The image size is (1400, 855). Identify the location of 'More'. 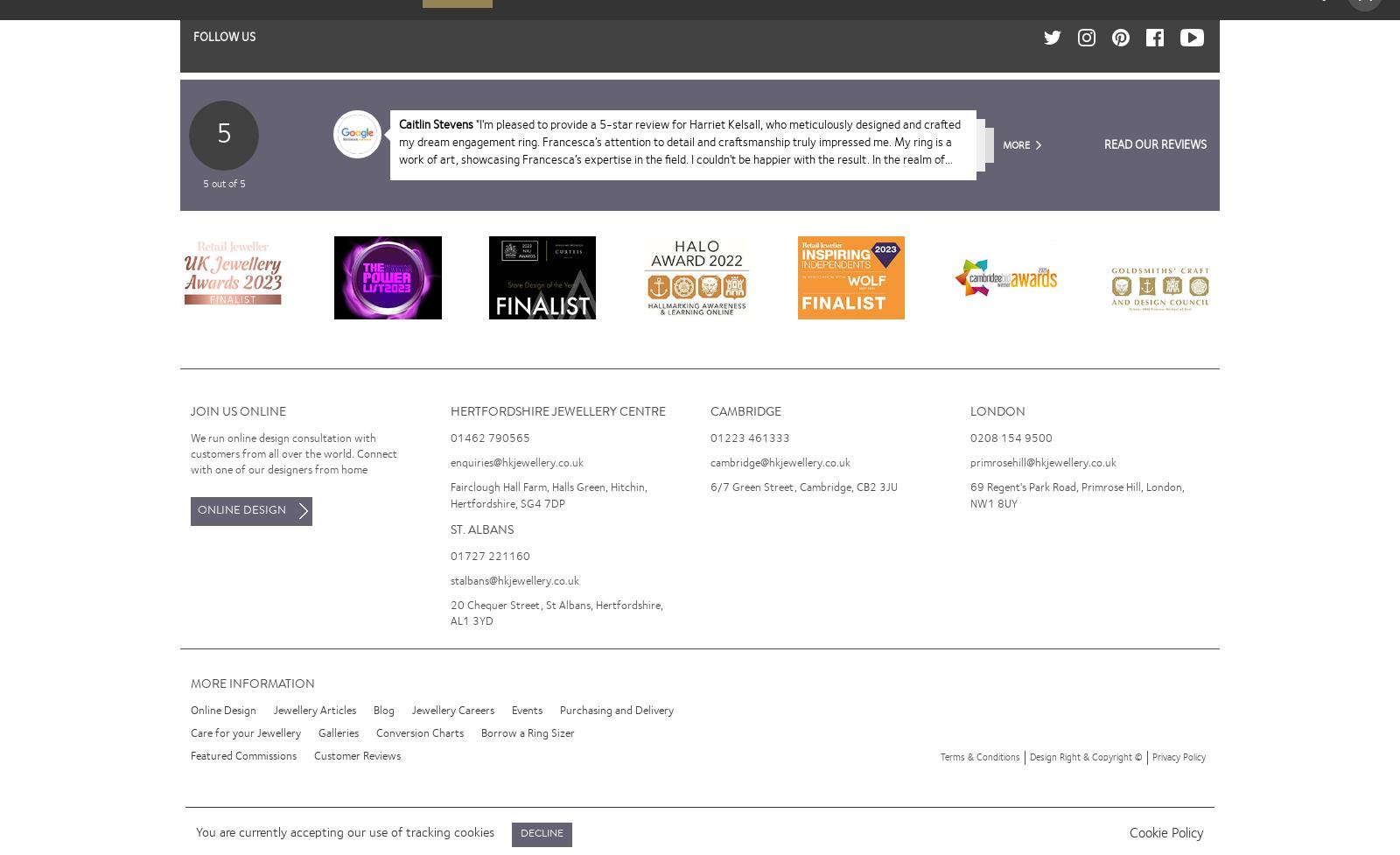
(1018, 144).